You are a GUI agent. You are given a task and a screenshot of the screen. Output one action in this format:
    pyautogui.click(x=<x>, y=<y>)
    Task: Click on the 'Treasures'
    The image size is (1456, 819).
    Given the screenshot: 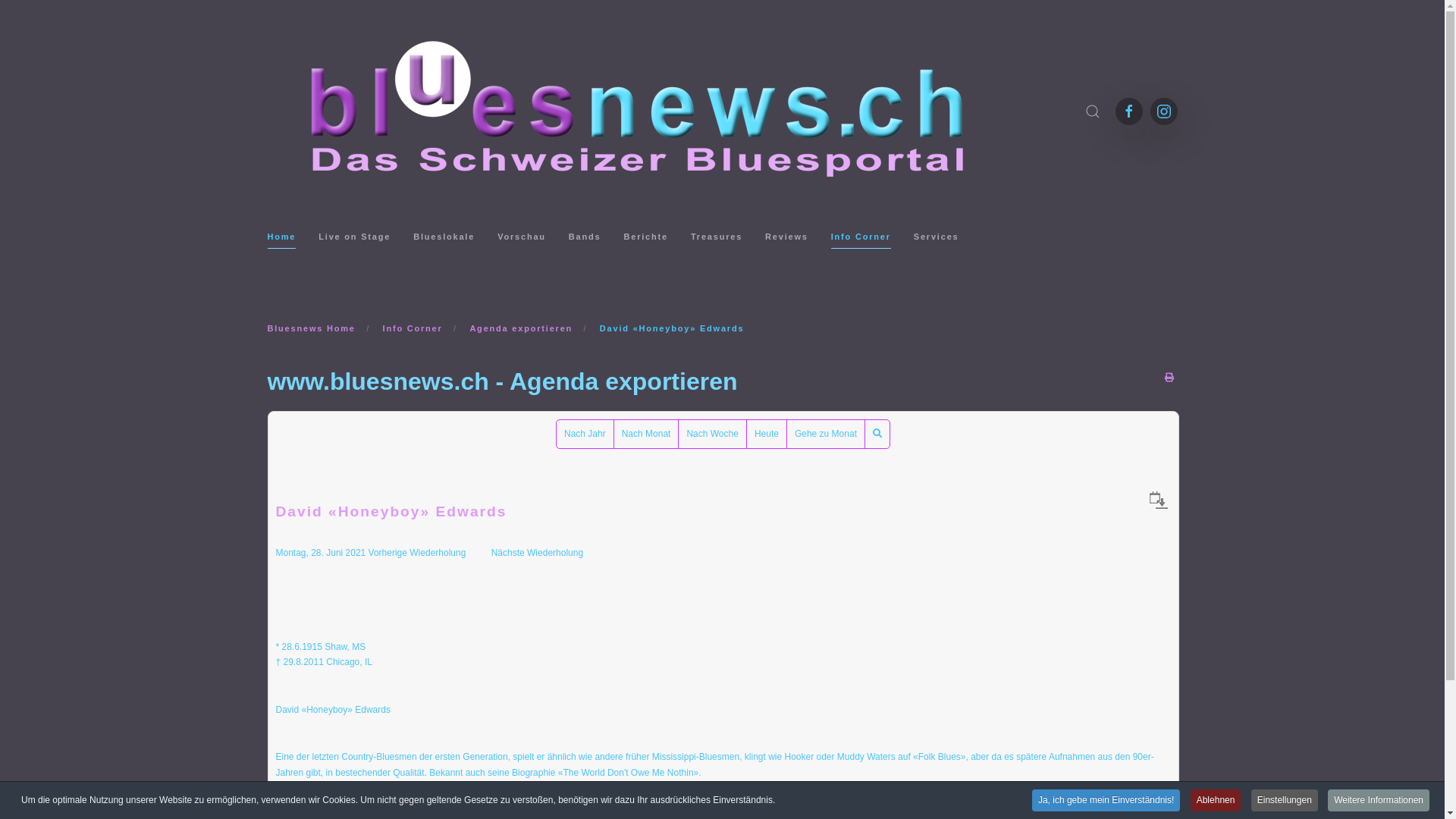 What is the action you would take?
    pyautogui.click(x=690, y=237)
    